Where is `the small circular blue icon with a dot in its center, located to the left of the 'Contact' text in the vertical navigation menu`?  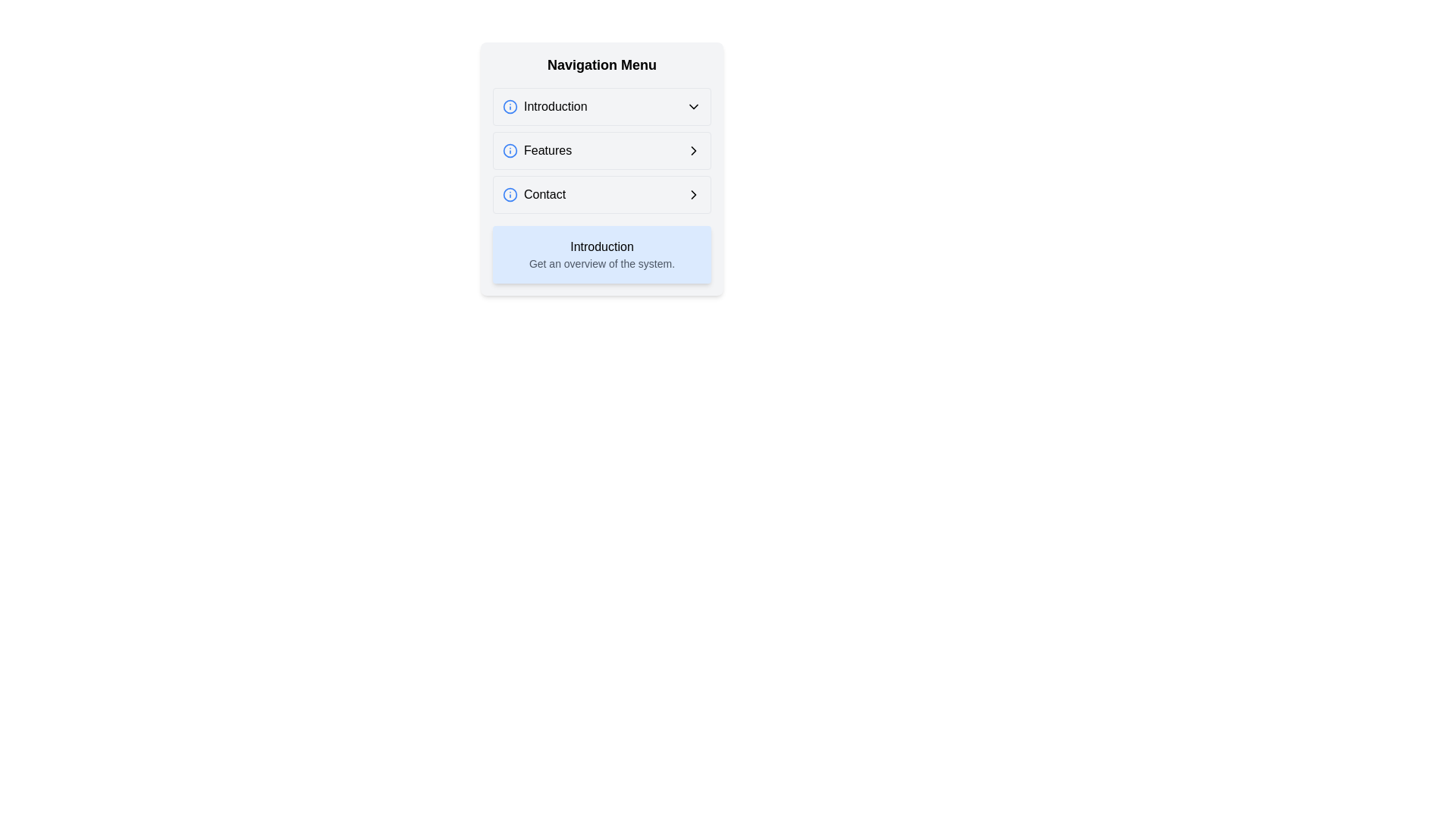
the small circular blue icon with a dot in its center, located to the left of the 'Contact' text in the vertical navigation menu is located at coordinates (510, 194).